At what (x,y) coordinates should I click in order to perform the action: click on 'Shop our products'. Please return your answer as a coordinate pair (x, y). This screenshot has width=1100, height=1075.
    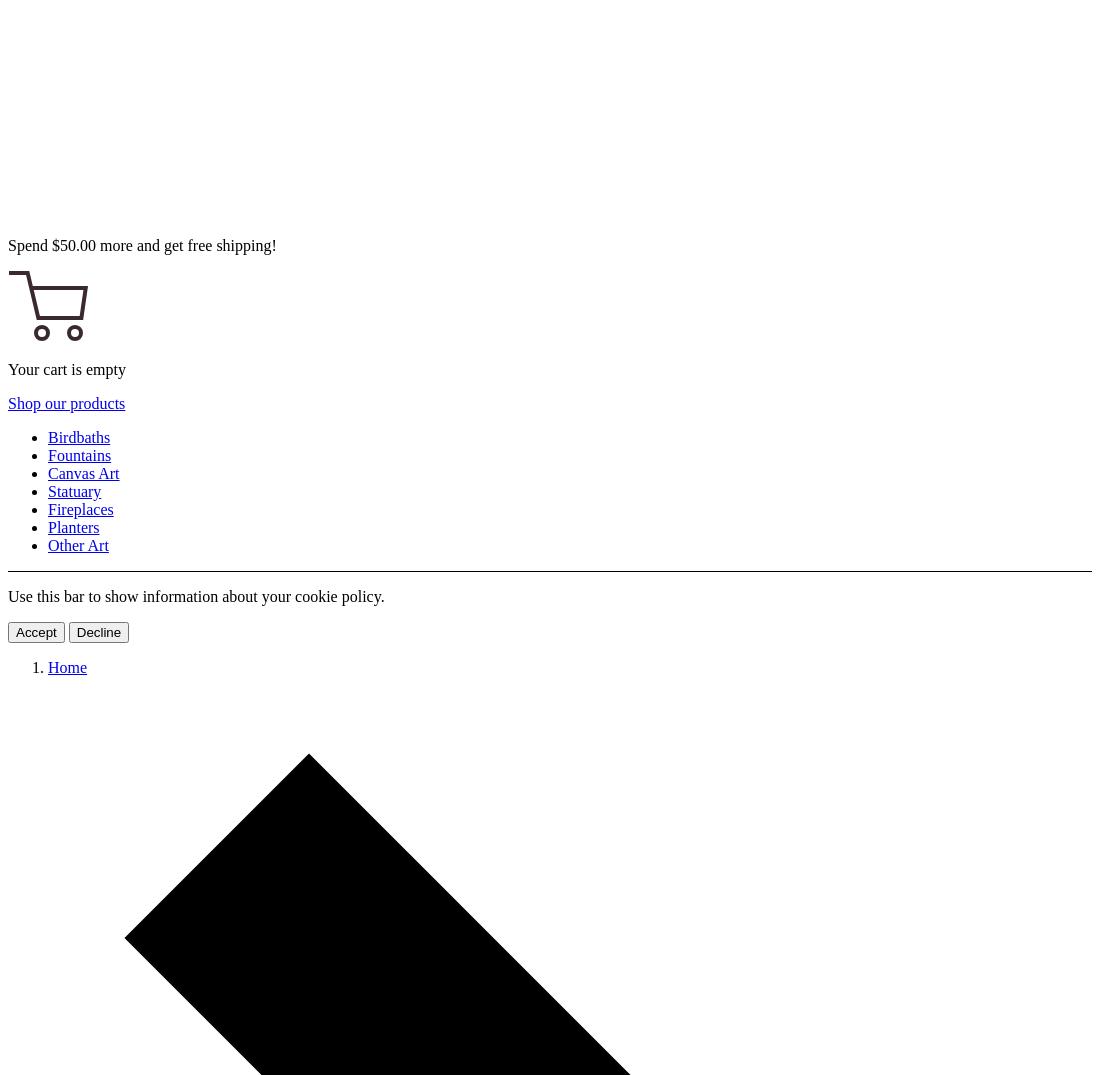
    Looking at the image, I should click on (65, 402).